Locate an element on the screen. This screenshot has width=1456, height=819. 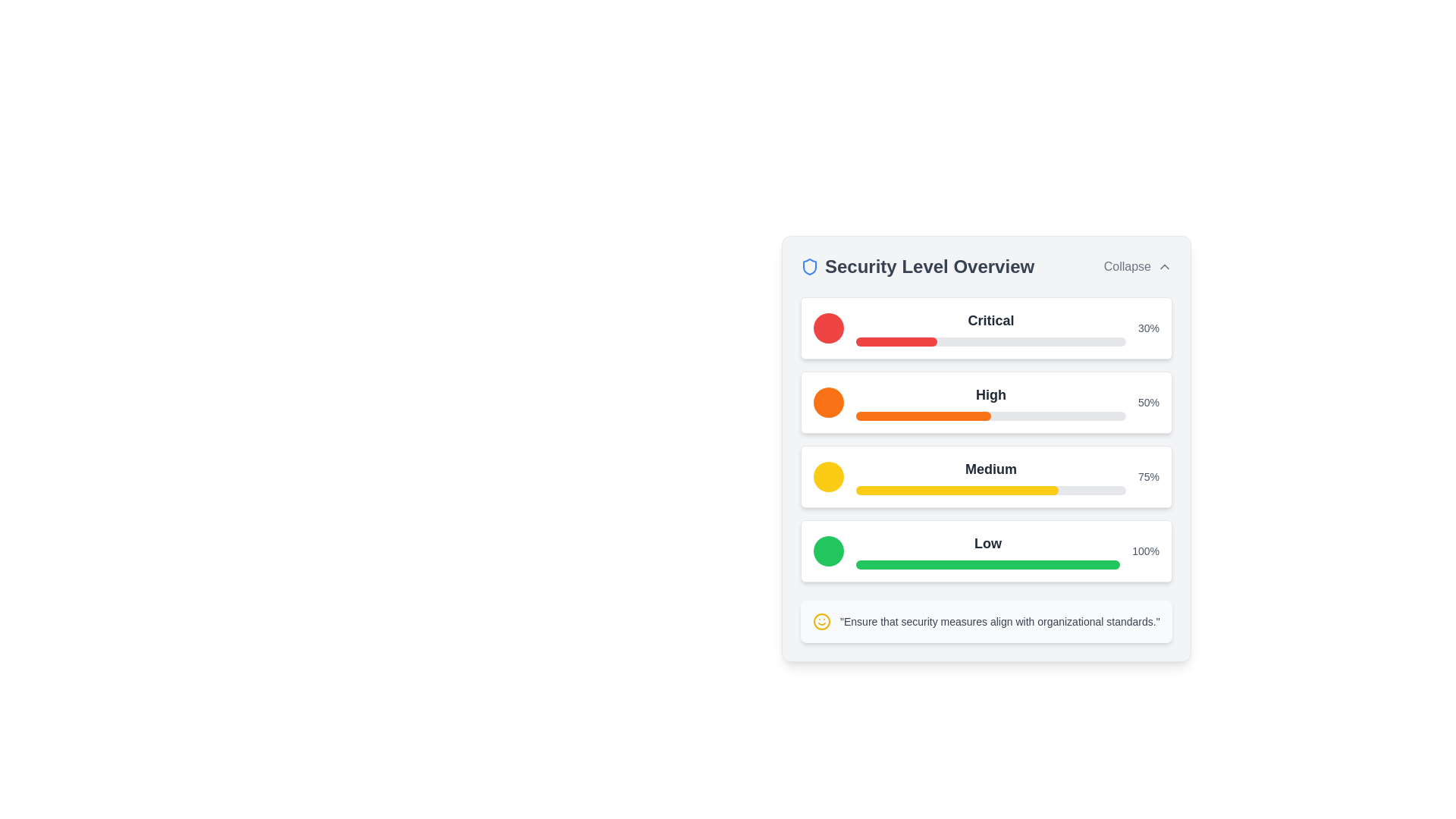
the text label displaying 'Low' in bold, large-sized dark gray font, which is positioned in the lower part of the 'Security Level Overview' panel, under 'Medium' and above the progress bar is located at coordinates (988, 543).